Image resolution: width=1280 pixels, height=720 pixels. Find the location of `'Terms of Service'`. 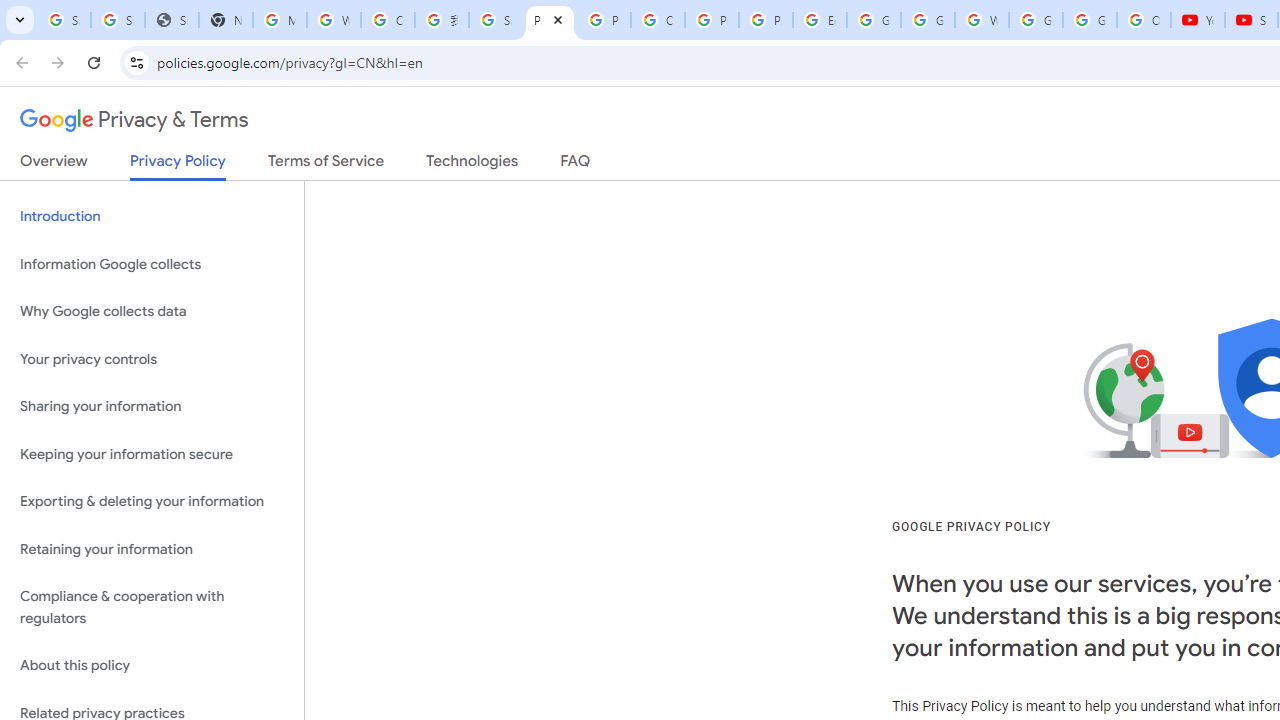

'Terms of Service' is located at coordinates (326, 164).